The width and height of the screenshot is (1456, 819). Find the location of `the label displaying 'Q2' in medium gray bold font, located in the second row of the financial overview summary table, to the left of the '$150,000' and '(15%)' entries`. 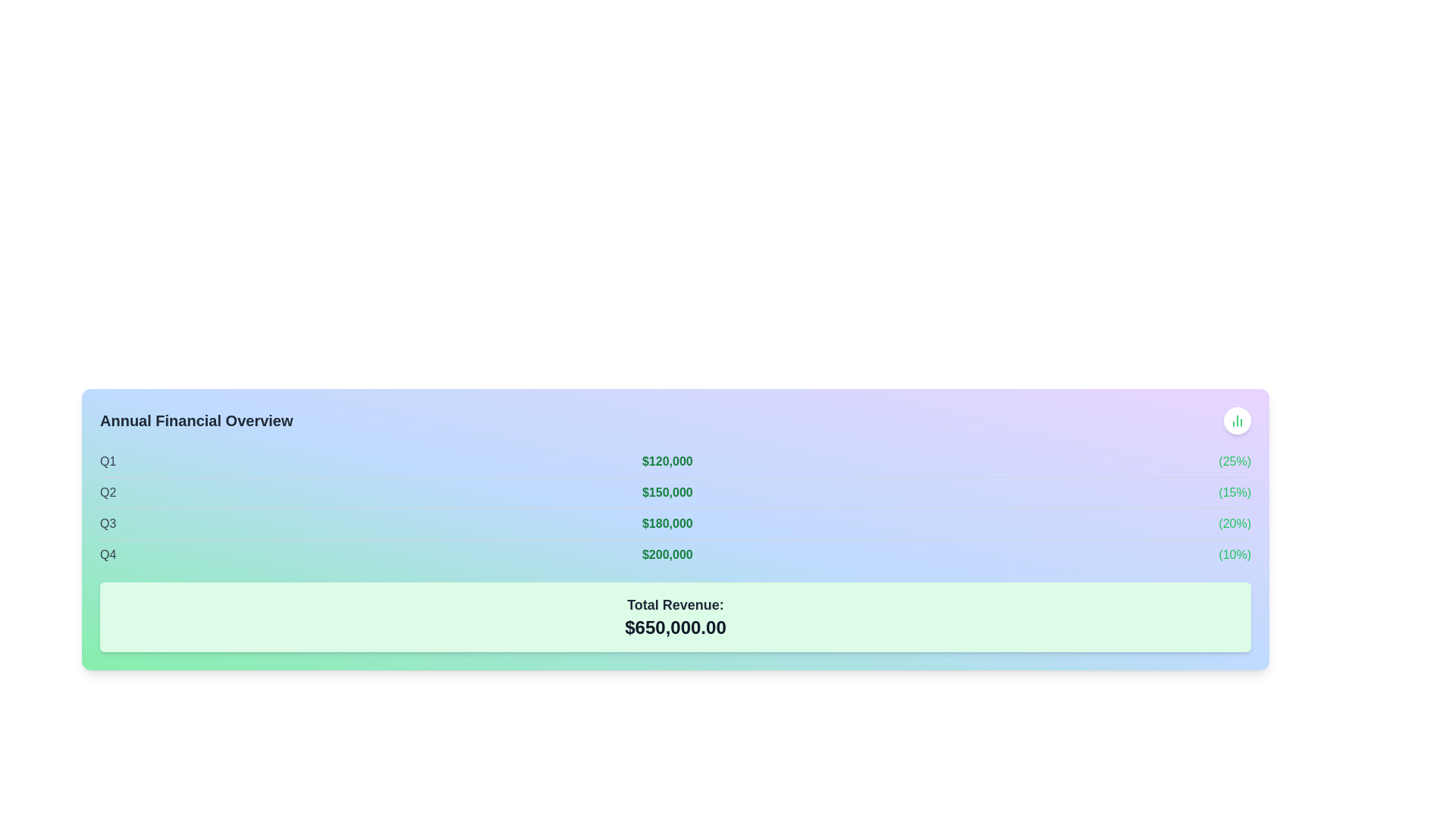

the label displaying 'Q2' in medium gray bold font, located in the second row of the financial overview summary table, to the left of the '$150,000' and '(15%)' entries is located at coordinates (107, 493).